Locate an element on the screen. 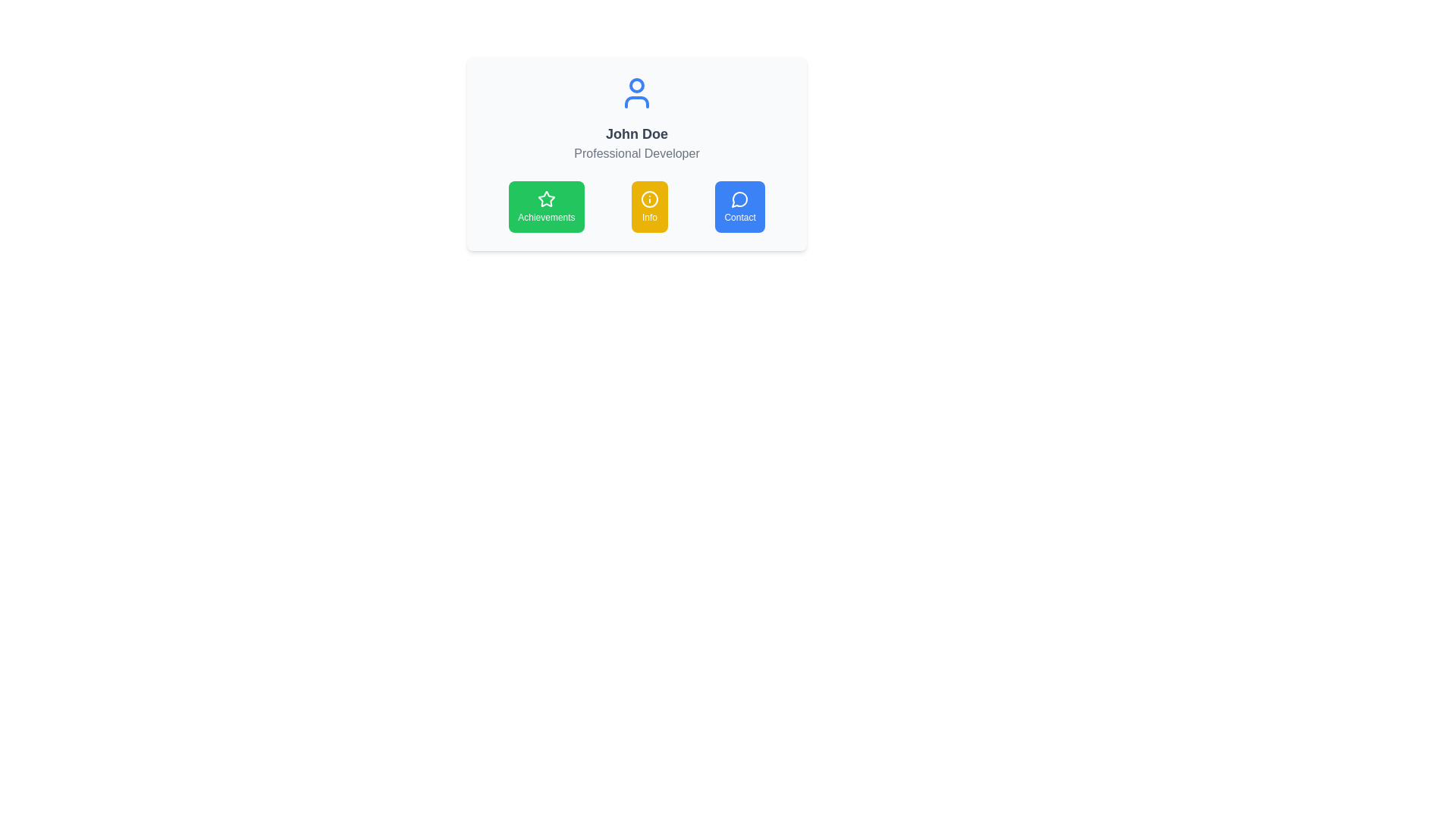 The image size is (1456, 819). the circular blue outlined icon shaped like a message bubble located within the 'Contact' button to interact with the 'Contact' functionality is located at coordinates (740, 198).